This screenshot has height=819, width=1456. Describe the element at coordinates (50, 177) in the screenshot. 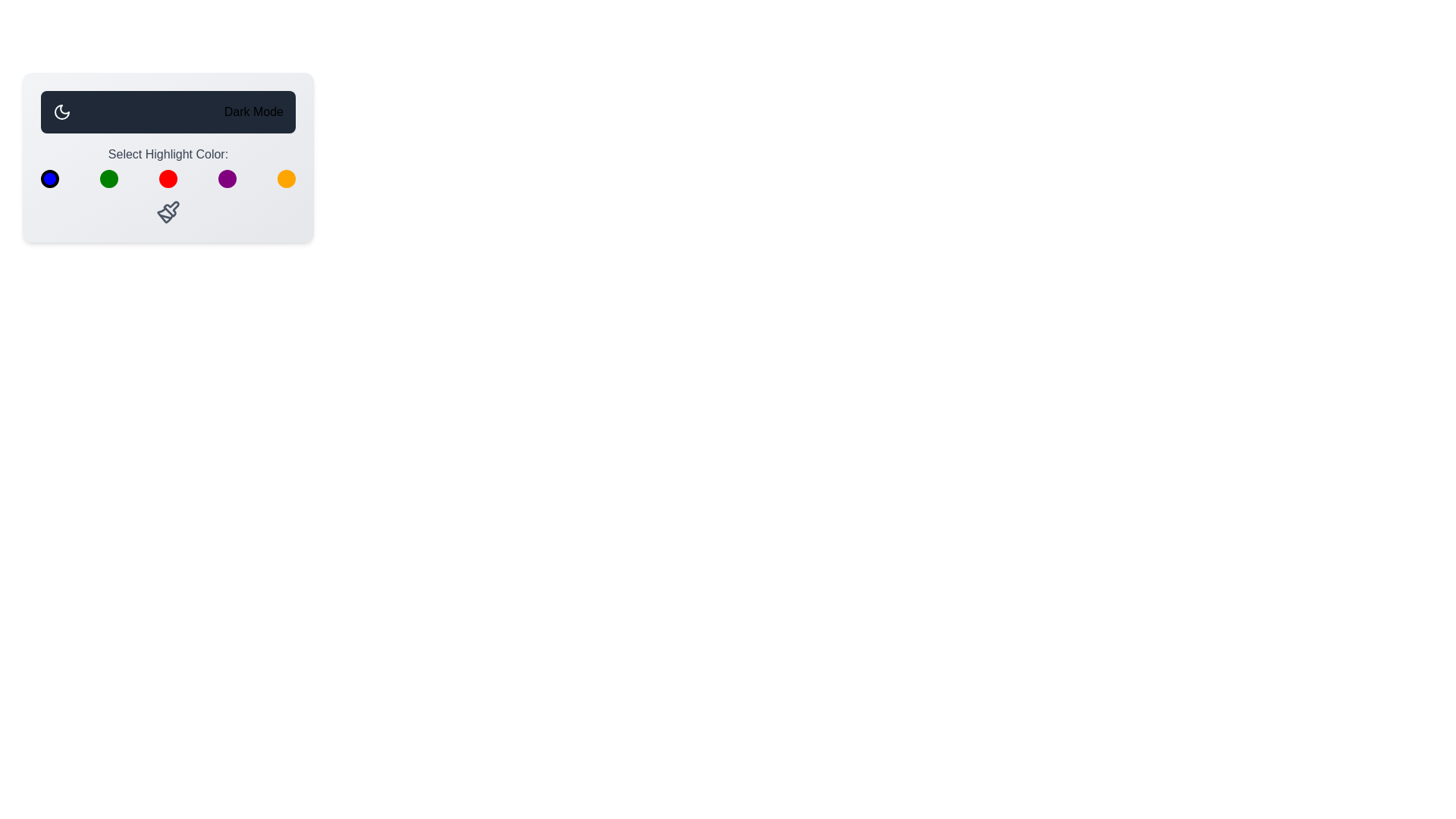

I see `the leftmost button for selecting a blue highlight color` at that location.